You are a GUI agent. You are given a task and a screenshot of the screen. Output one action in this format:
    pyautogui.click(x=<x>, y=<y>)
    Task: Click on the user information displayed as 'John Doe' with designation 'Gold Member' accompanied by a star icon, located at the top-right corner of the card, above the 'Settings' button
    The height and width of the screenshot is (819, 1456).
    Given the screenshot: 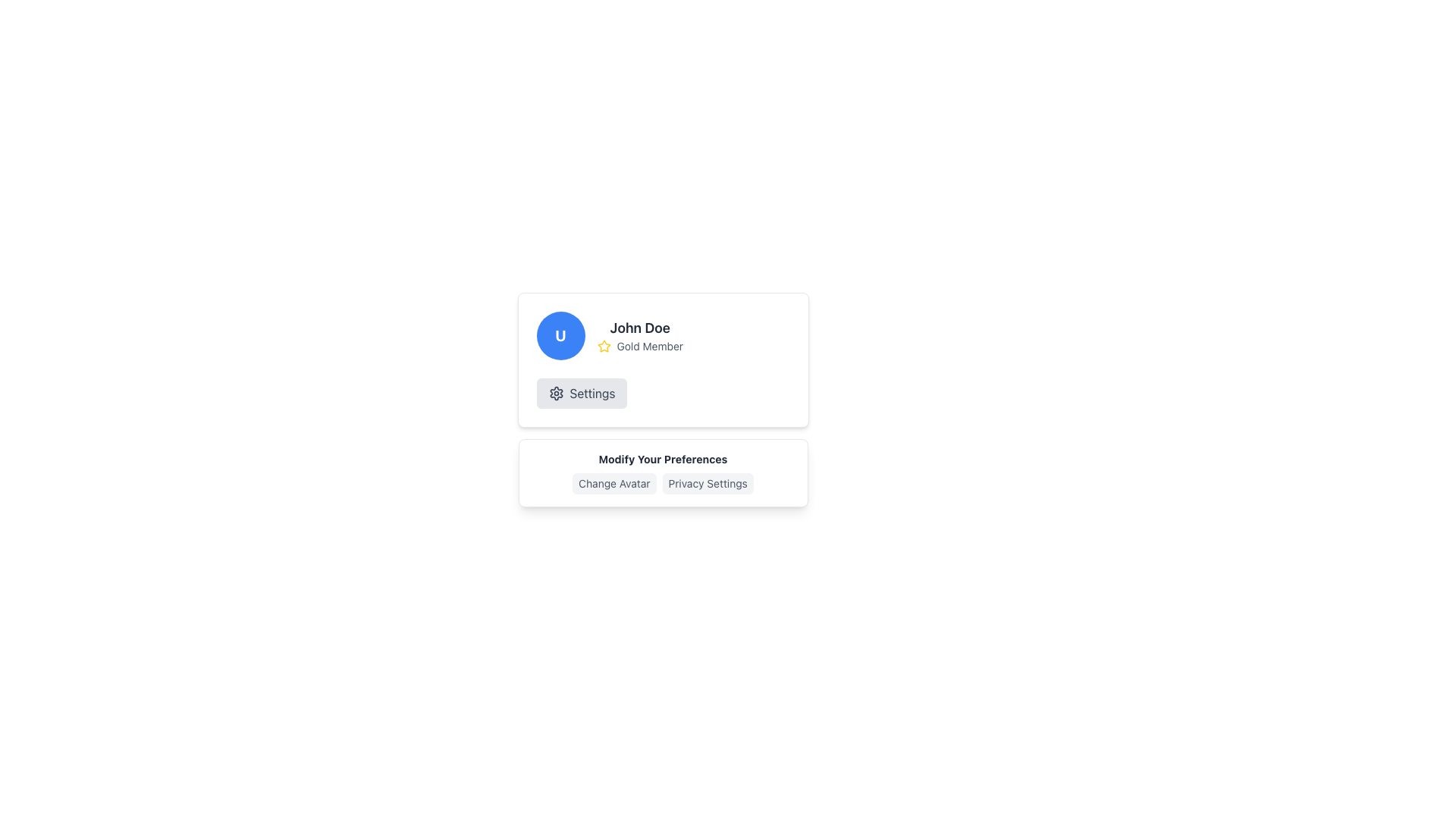 What is the action you would take?
    pyautogui.click(x=640, y=335)
    